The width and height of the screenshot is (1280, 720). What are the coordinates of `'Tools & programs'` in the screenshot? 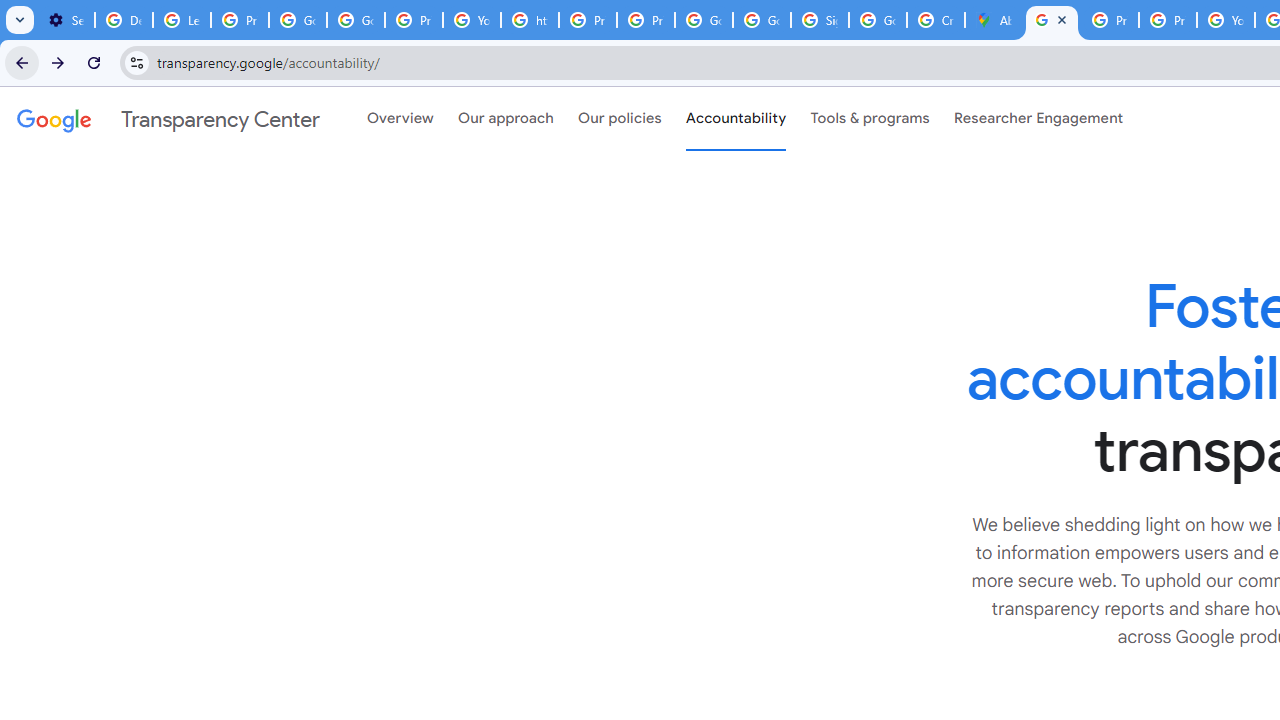 It's located at (869, 119).